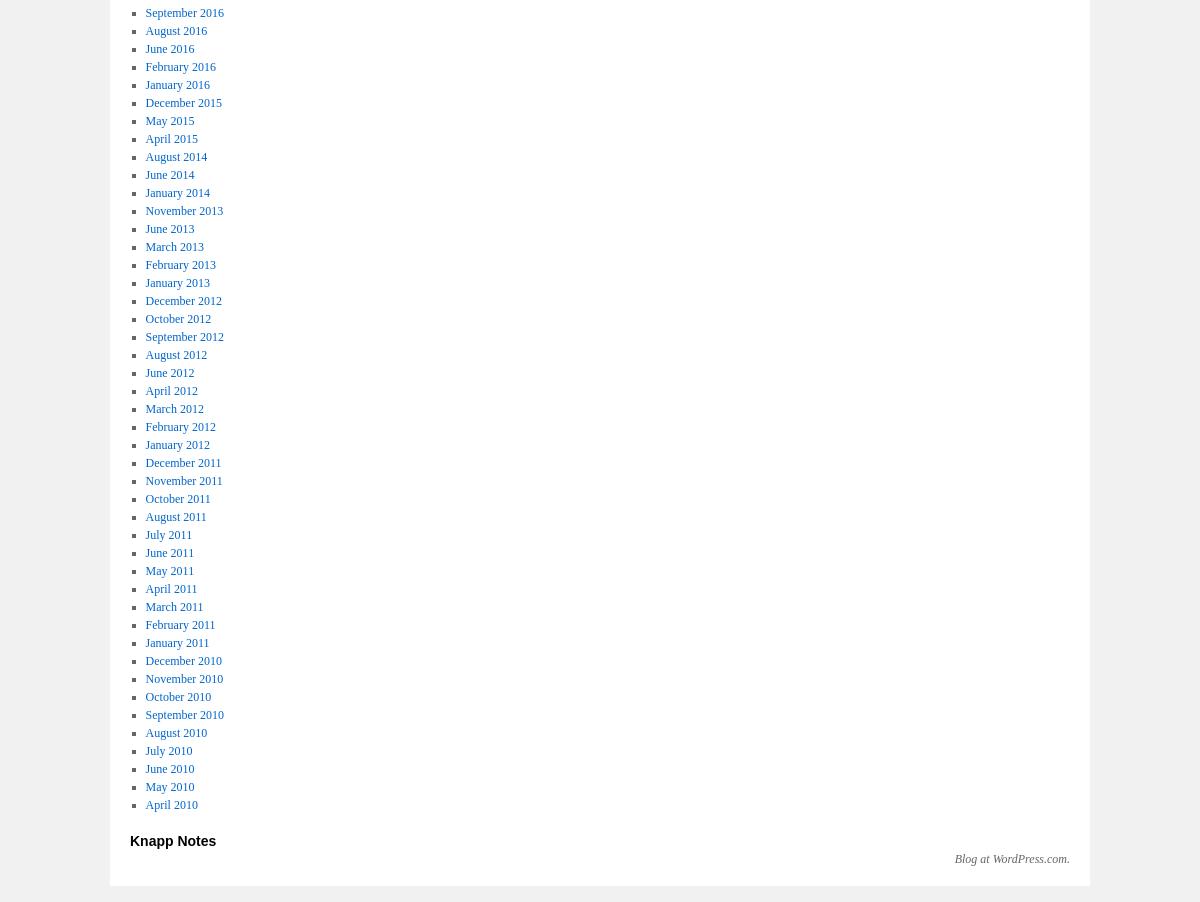 The image size is (1200, 902). What do you see at coordinates (182, 715) in the screenshot?
I see `'September 2010'` at bounding box center [182, 715].